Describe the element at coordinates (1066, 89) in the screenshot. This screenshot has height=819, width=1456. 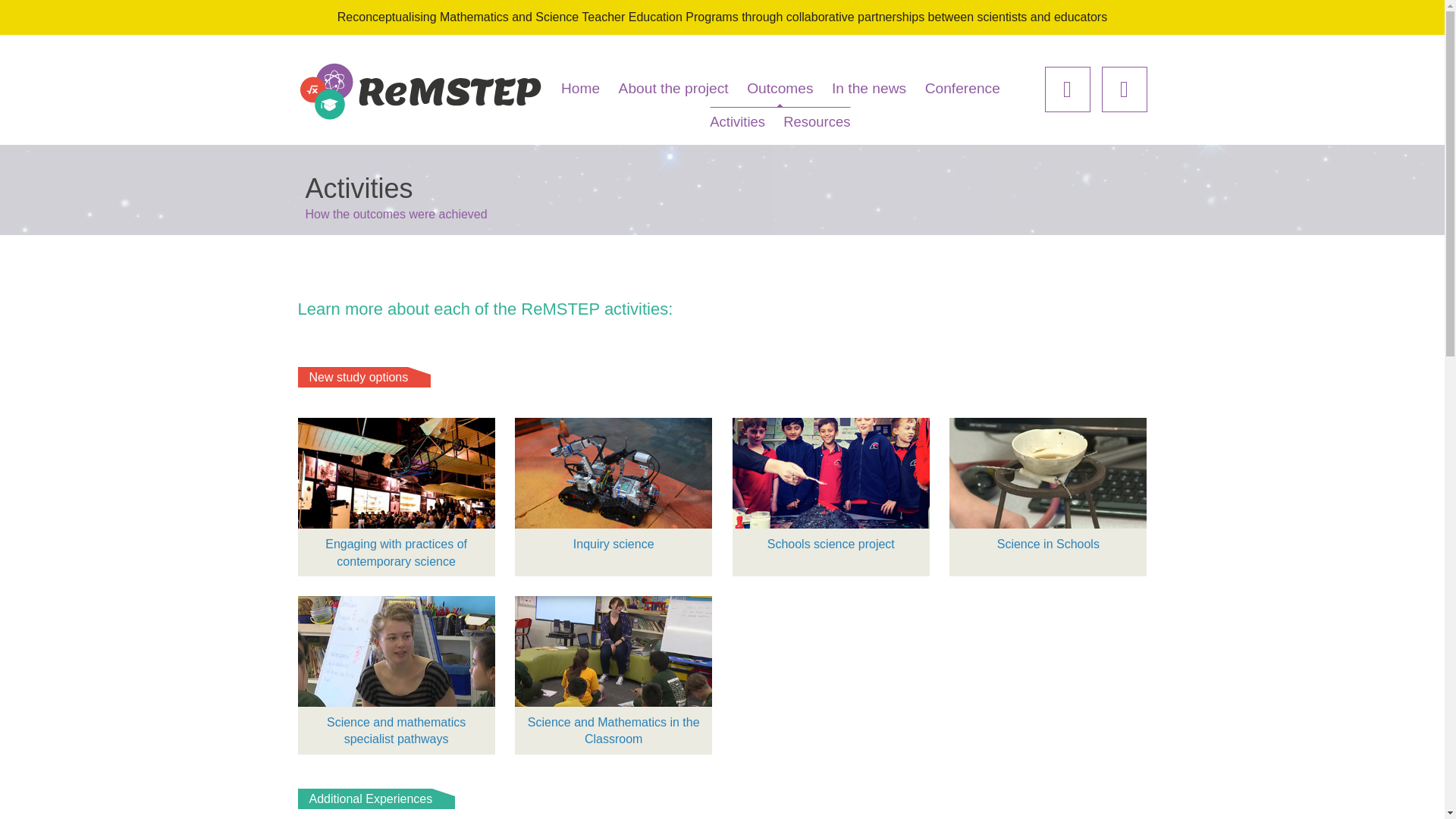
I see `'Twitter'` at that location.